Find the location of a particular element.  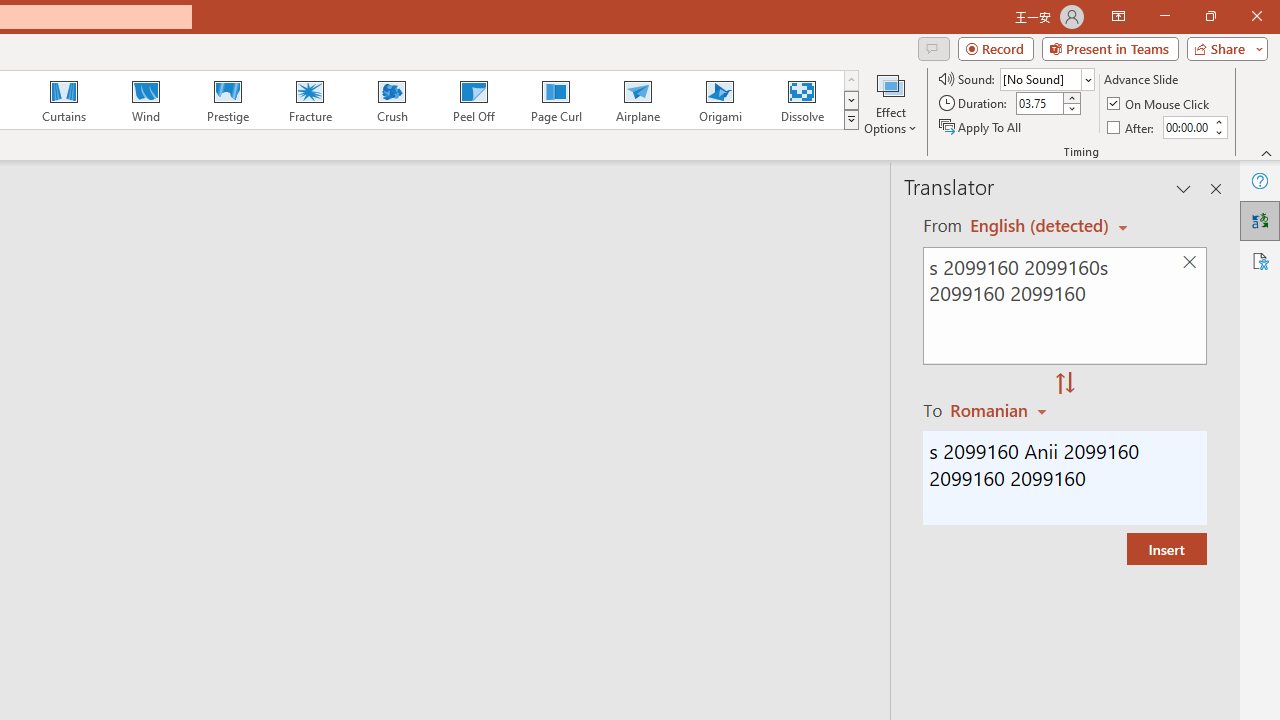

'Peel Off' is located at coordinates (472, 100).